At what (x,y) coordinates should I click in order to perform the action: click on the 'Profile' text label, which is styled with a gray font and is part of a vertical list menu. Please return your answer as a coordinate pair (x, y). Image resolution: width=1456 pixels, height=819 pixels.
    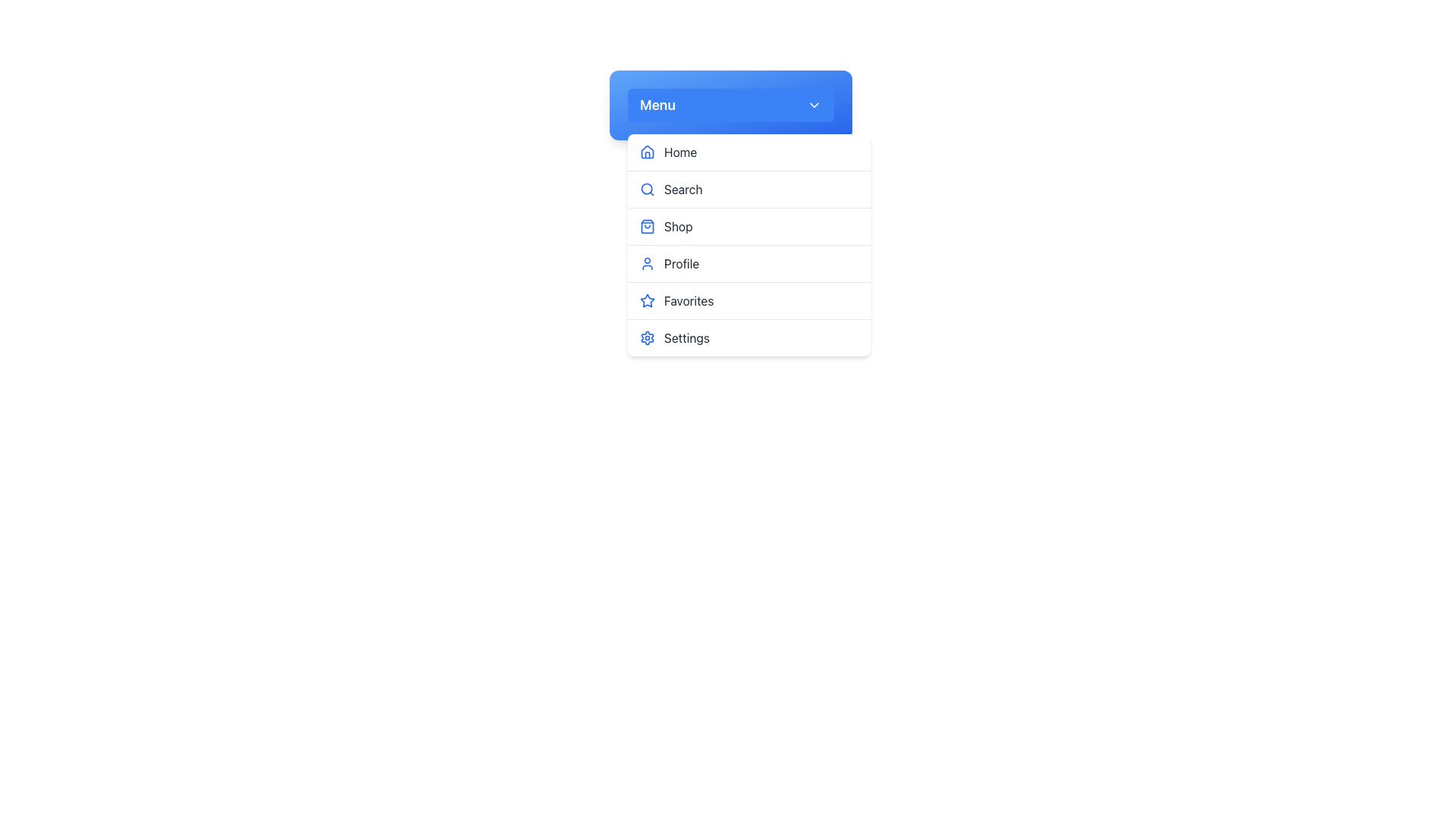
    Looking at the image, I should click on (681, 262).